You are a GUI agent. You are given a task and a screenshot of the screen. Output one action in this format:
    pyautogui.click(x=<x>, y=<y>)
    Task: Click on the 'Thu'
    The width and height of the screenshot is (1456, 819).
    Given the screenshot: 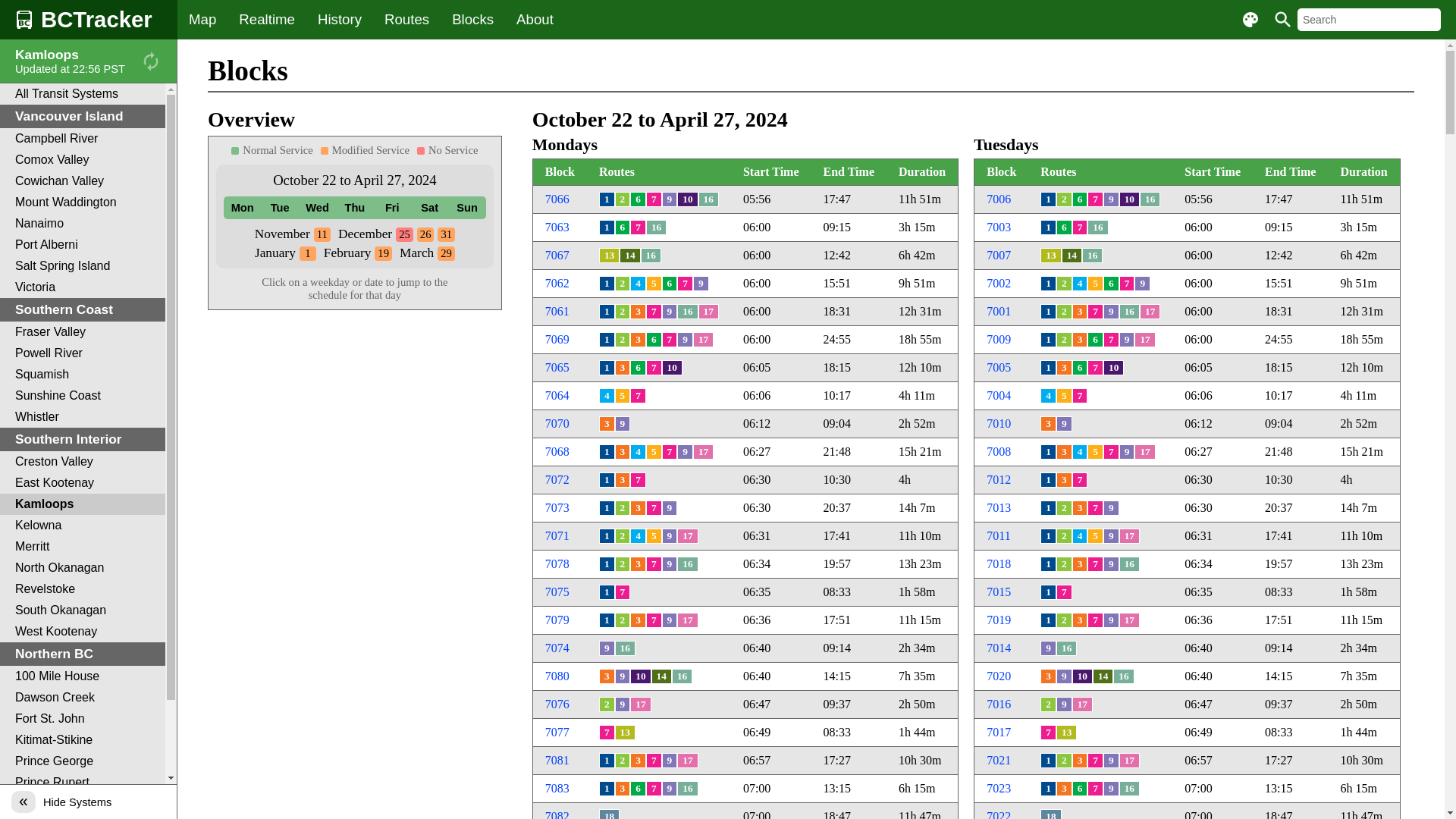 What is the action you would take?
    pyautogui.click(x=353, y=207)
    